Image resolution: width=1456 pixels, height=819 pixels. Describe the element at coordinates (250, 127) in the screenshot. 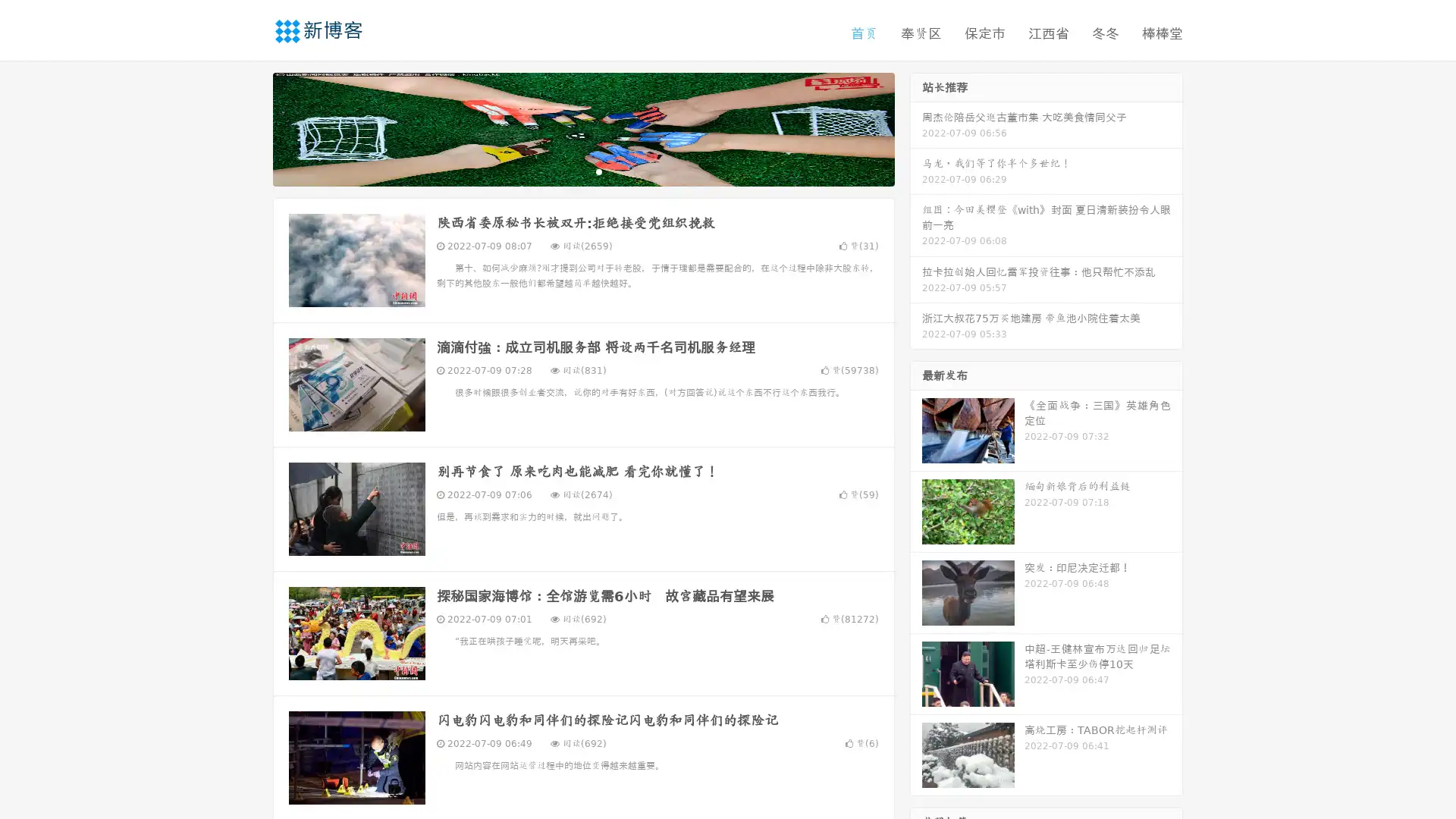

I see `Previous slide` at that location.